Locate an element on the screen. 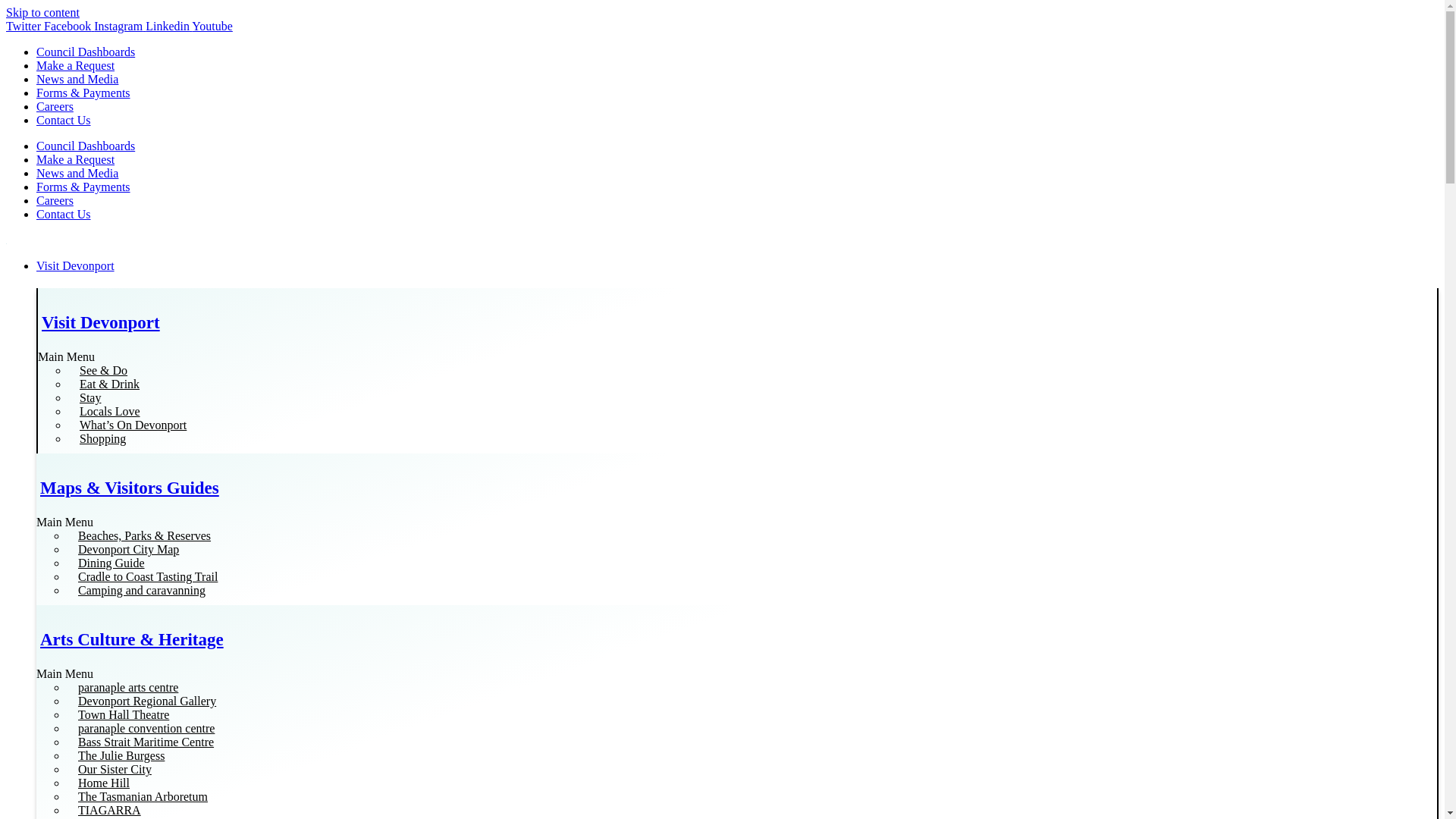 Image resolution: width=1456 pixels, height=819 pixels. 'Contact Us' is located at coordinates (62, 214).